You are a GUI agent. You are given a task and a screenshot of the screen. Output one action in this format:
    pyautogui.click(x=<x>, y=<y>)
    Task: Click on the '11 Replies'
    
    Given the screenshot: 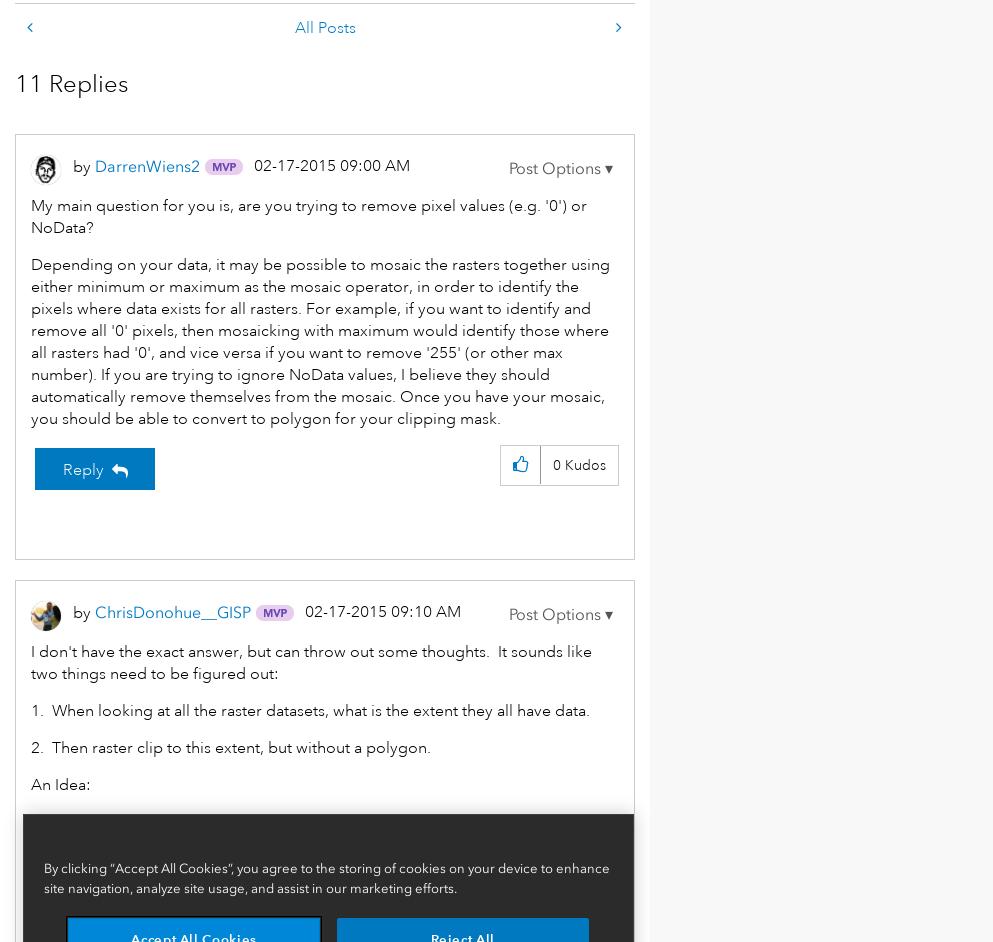 What is the action you would take?
    pyautogui.click(x=71, y=83)
    